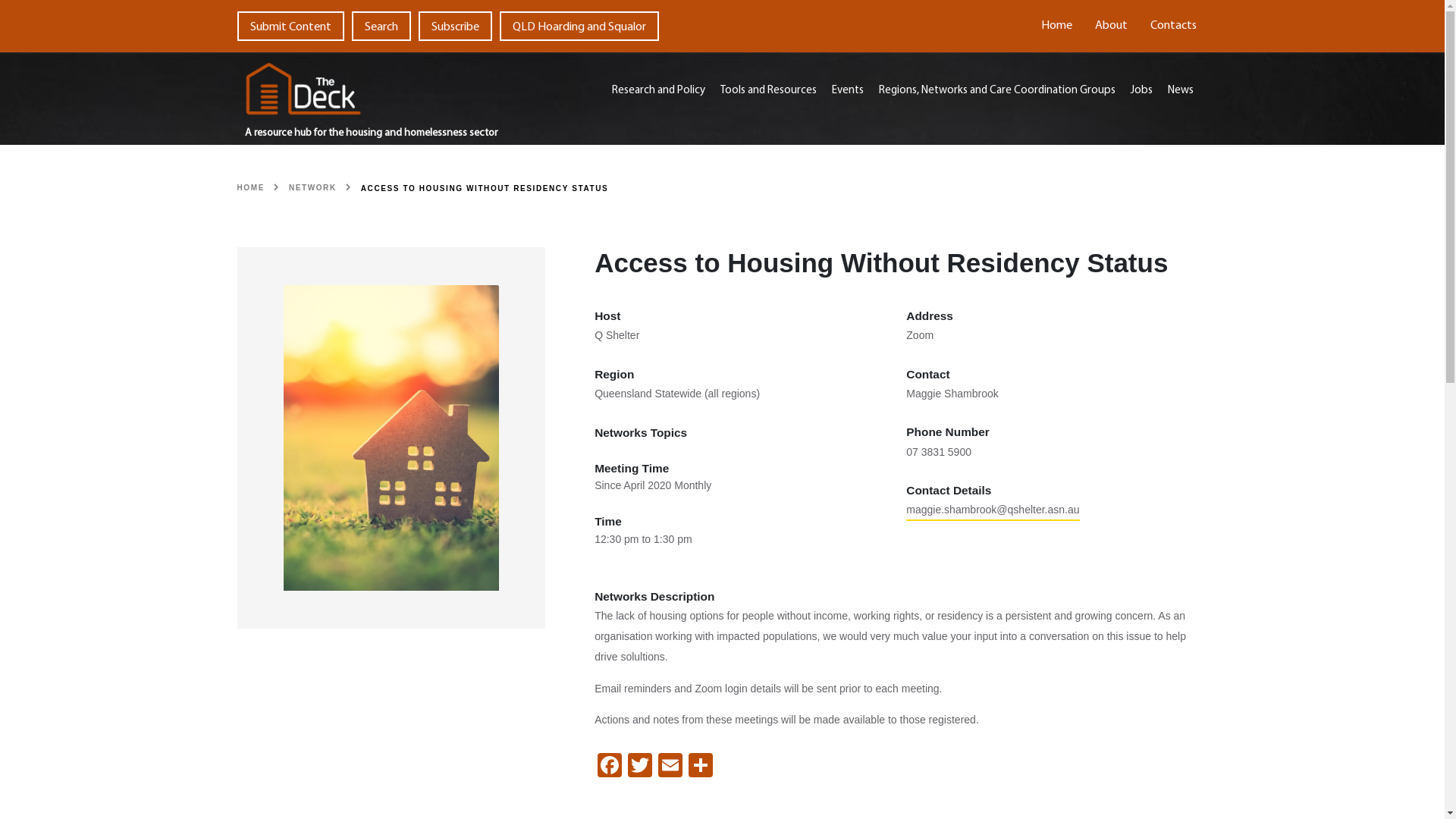 This screenshot has width=1456, height=819. I want to click on 'News', so click(1179, 91).